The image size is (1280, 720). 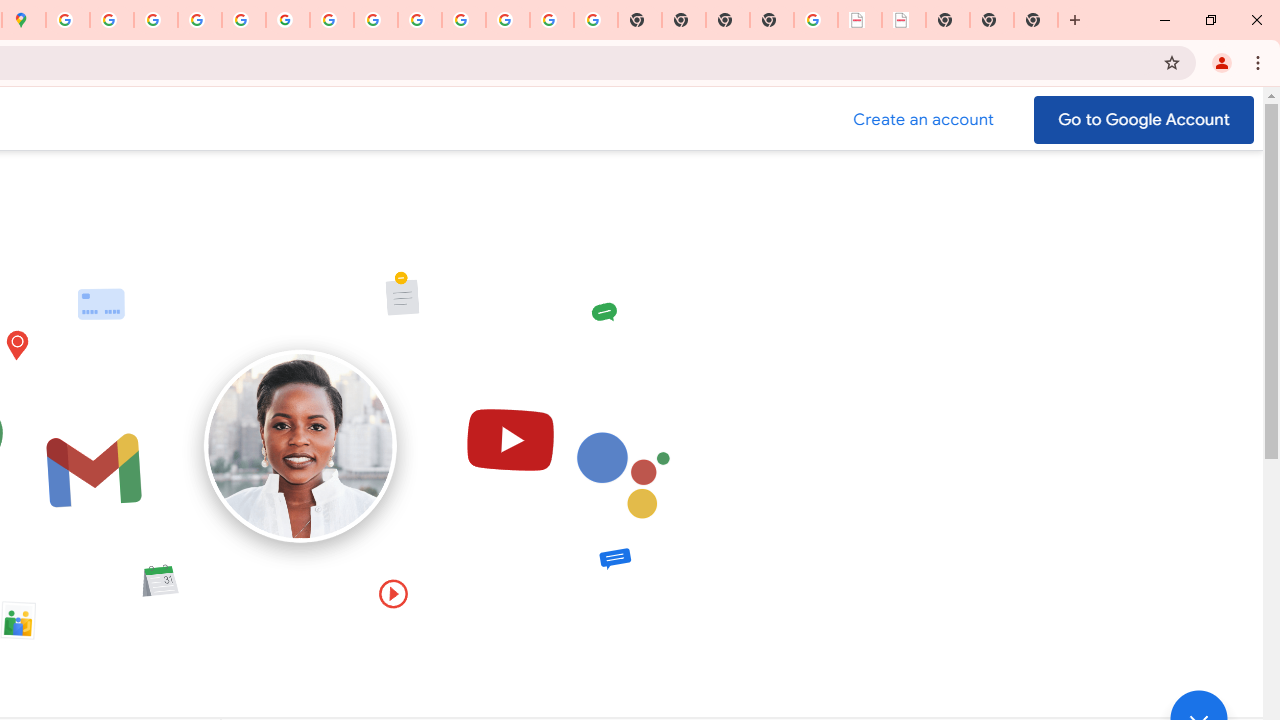 I want to click on 'Create a Google Account', so click(x=923, y=119).